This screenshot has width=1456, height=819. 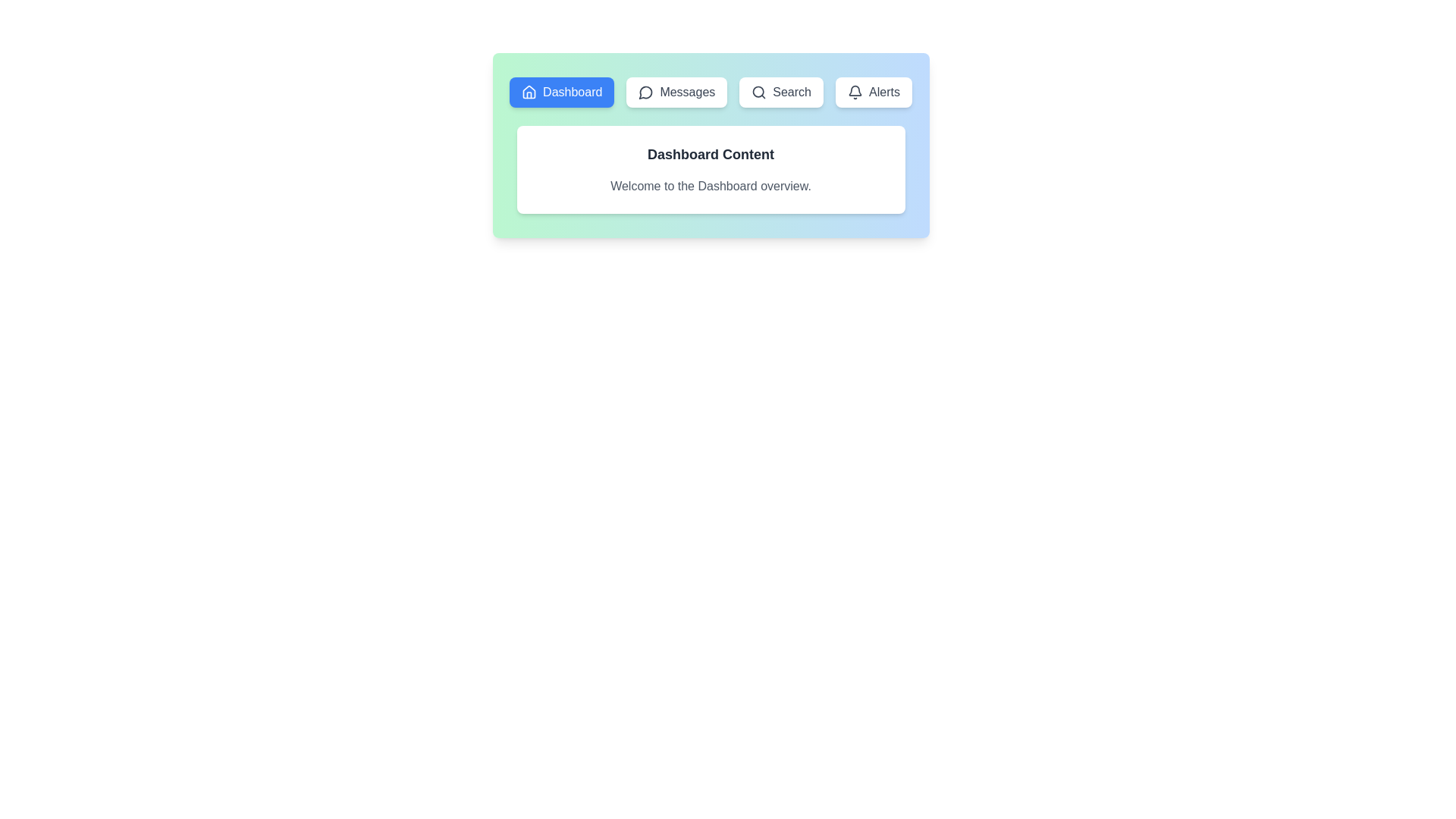 What do you see at coordinates (781, 93) in the screenshot?
I see `the tab labeled Search` at bounding box center [781, 93].